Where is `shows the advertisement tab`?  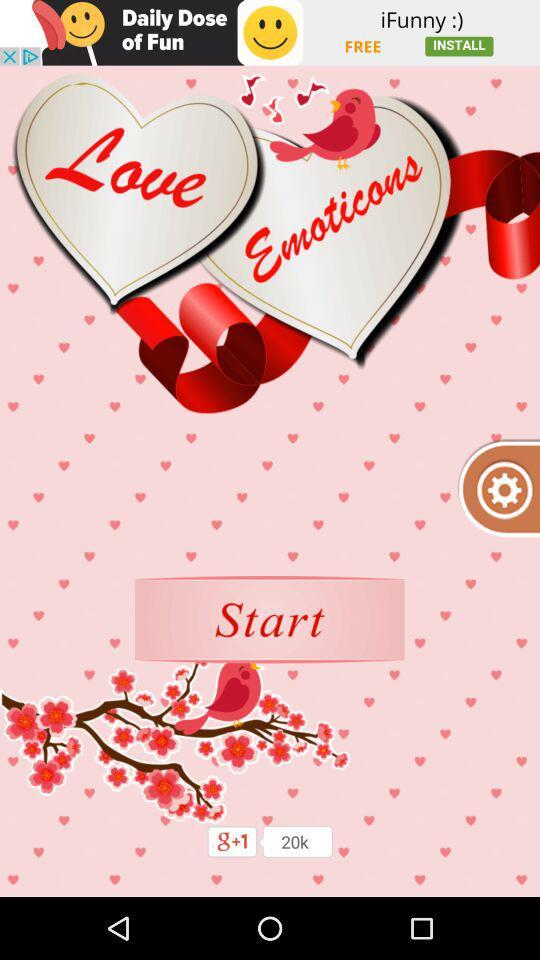
shows the advertisement tab is located at coordinates (270, 31).